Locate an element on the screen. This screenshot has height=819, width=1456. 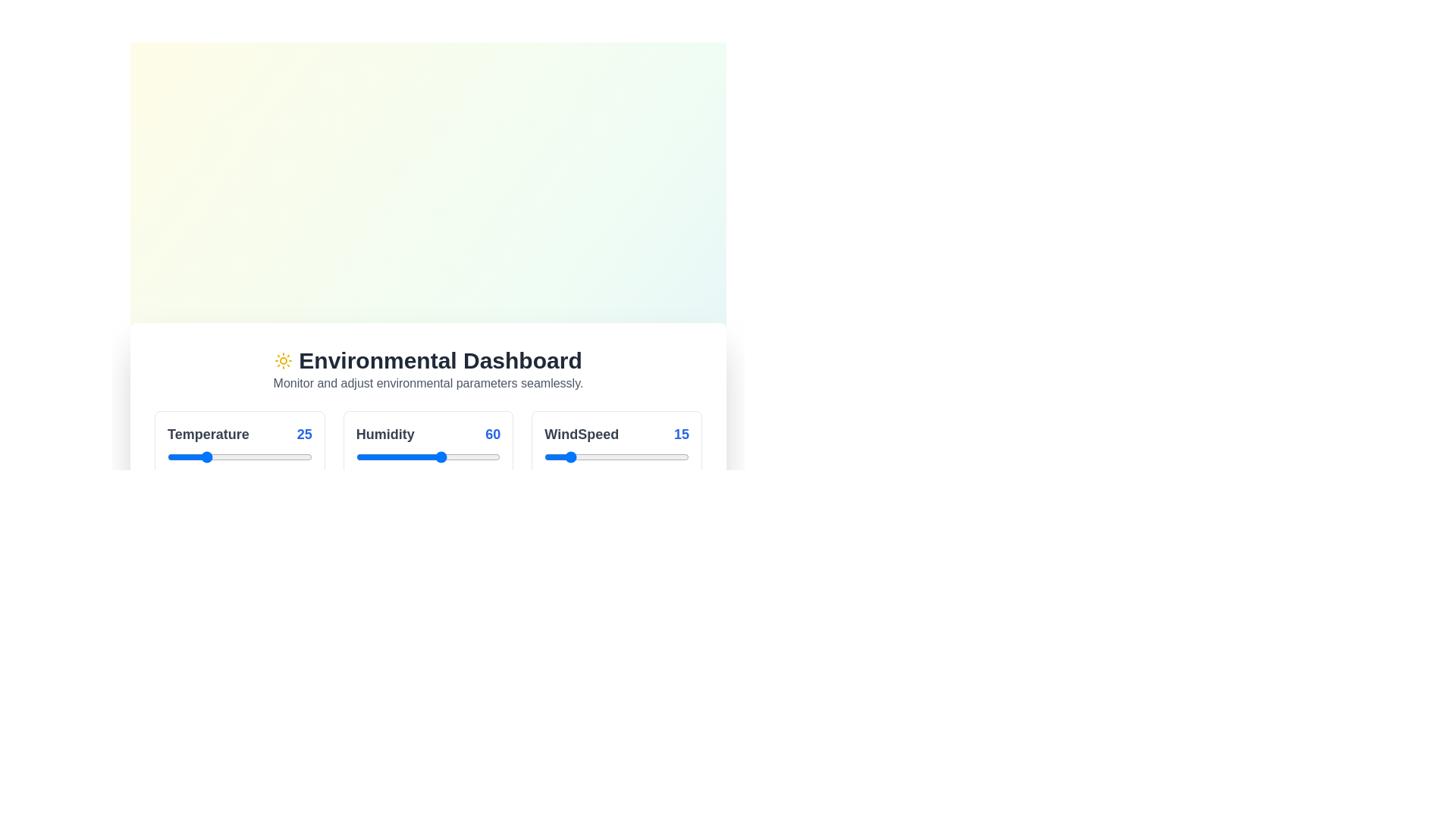
the Humidity slider is located at coordinates (369, 456).